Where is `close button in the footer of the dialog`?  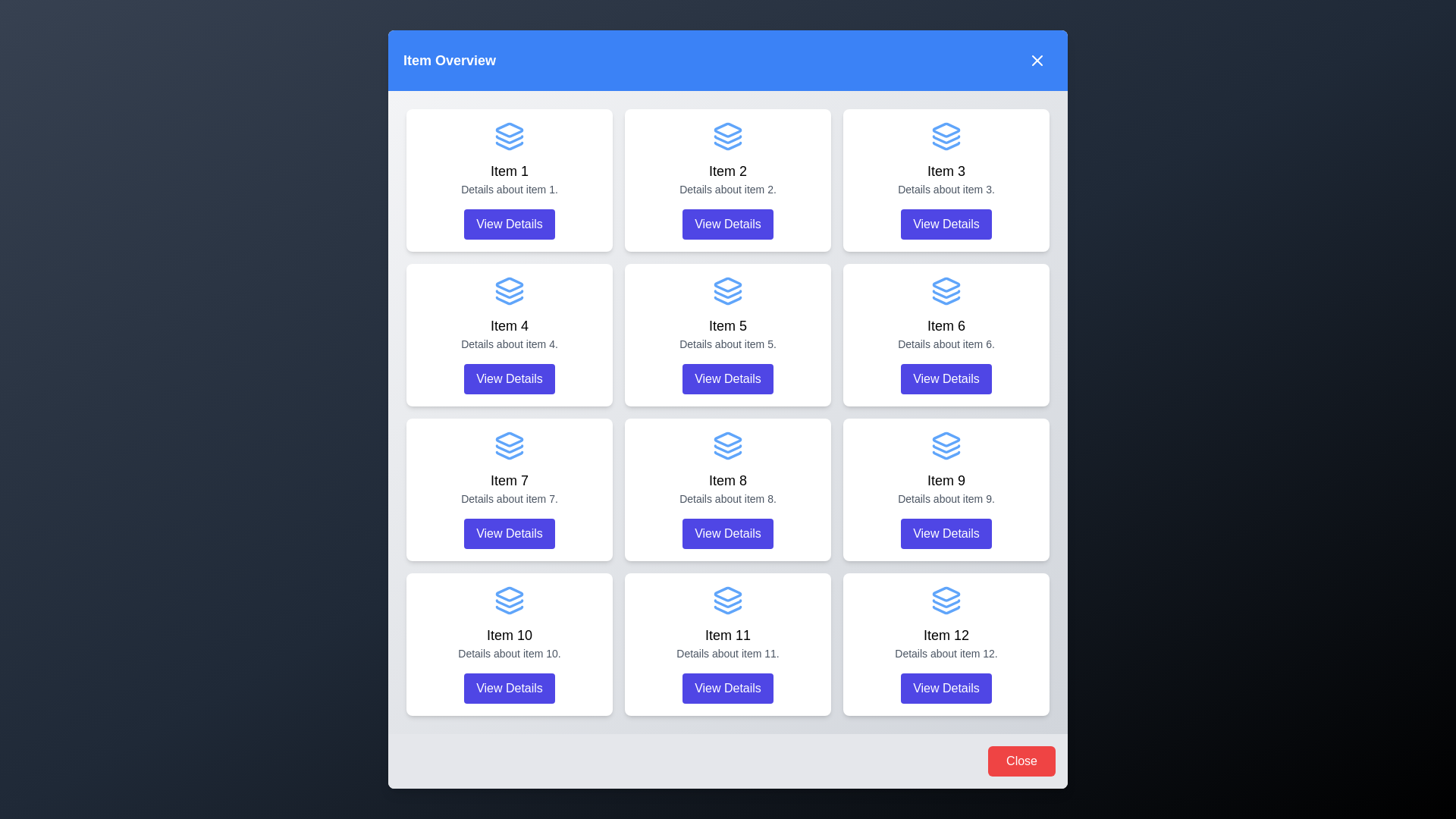 close button in the footer of the dialog is located at coordinates (1021, 761).